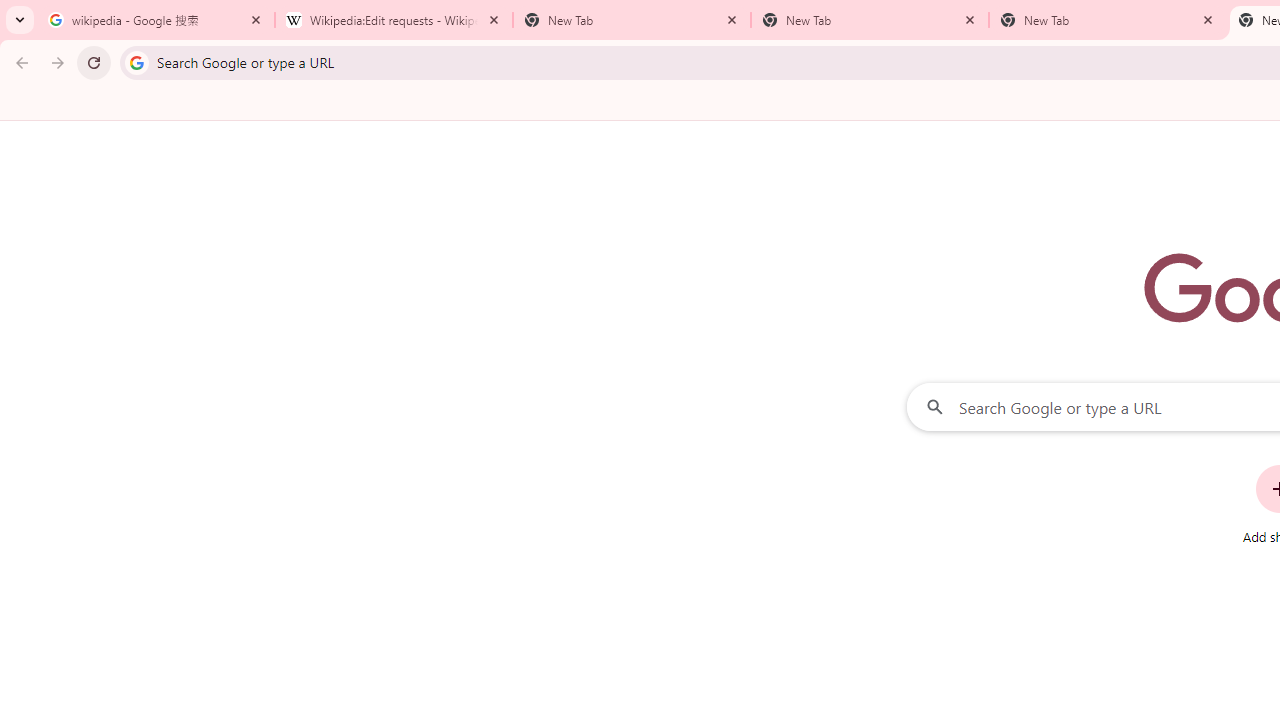  Describe the element at coordinates (1107, 20) in the screenshot. I see `'New Tab'` at that location.